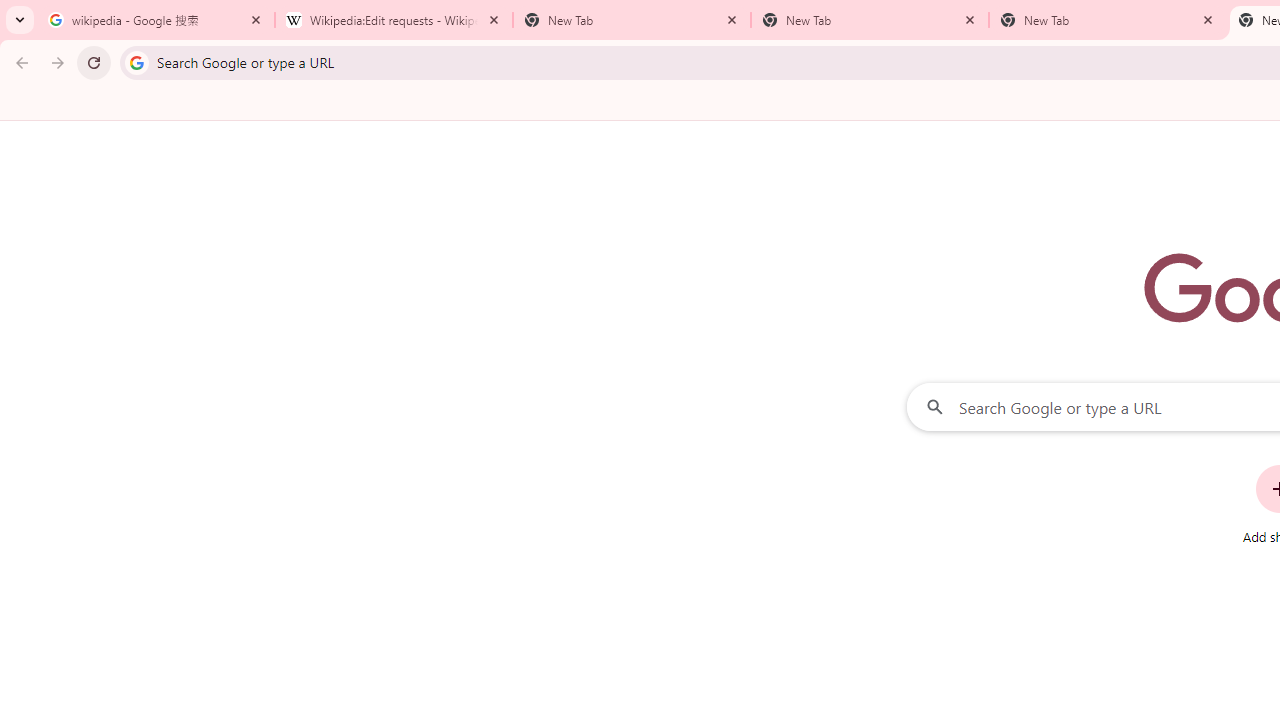  Describe the element at coordinates (1107, 20) in the screenshot. I see `'New Tab'` at that location.